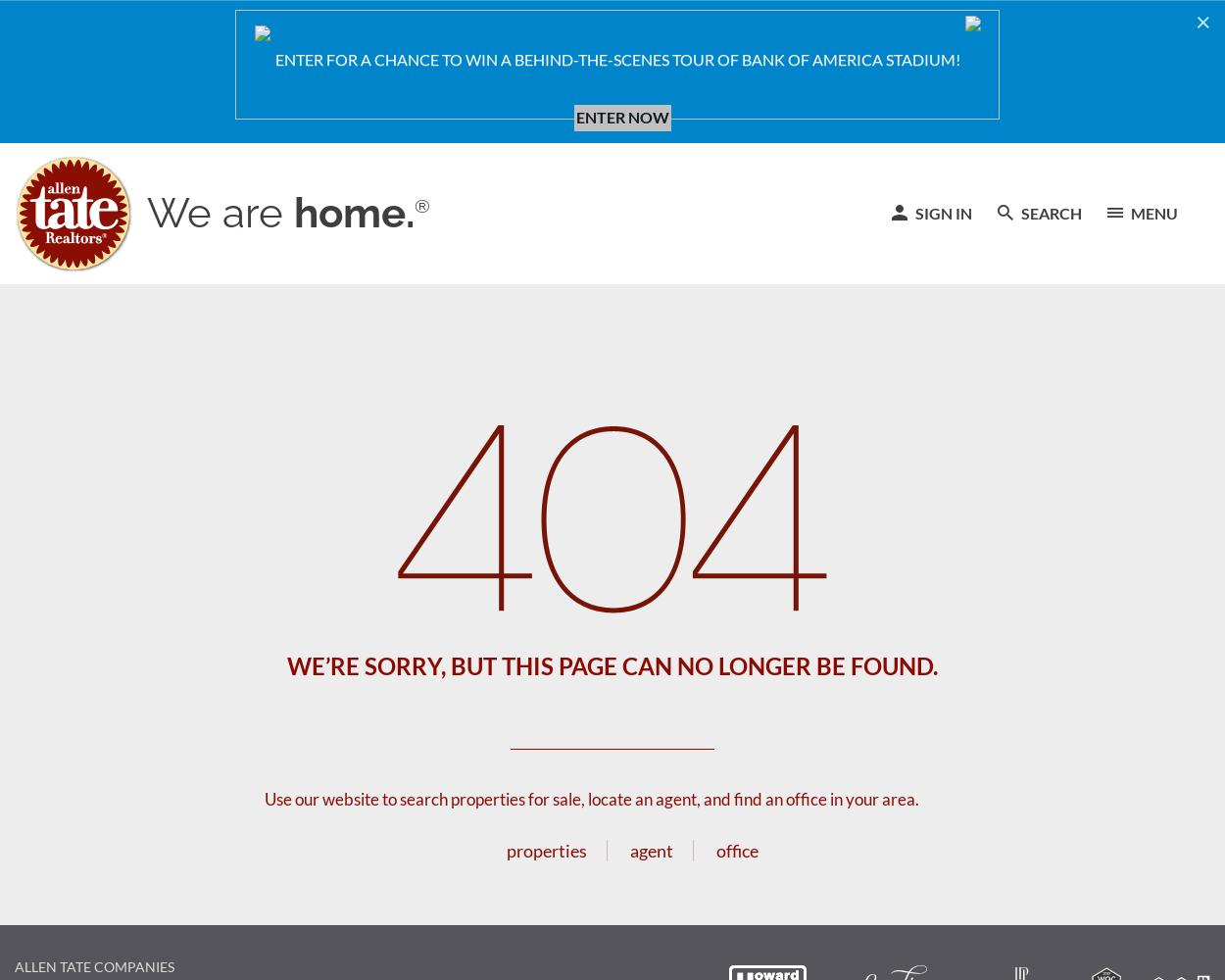  What do you see at coordinates (274, 58) in the screenshot?
I see `'ENTER FOR A CHANCE TO WIN A BEHIND-THE-SCENES TOUR OF BANK OF AMERICA STADIUM!'` at bounding box center [274, 58].